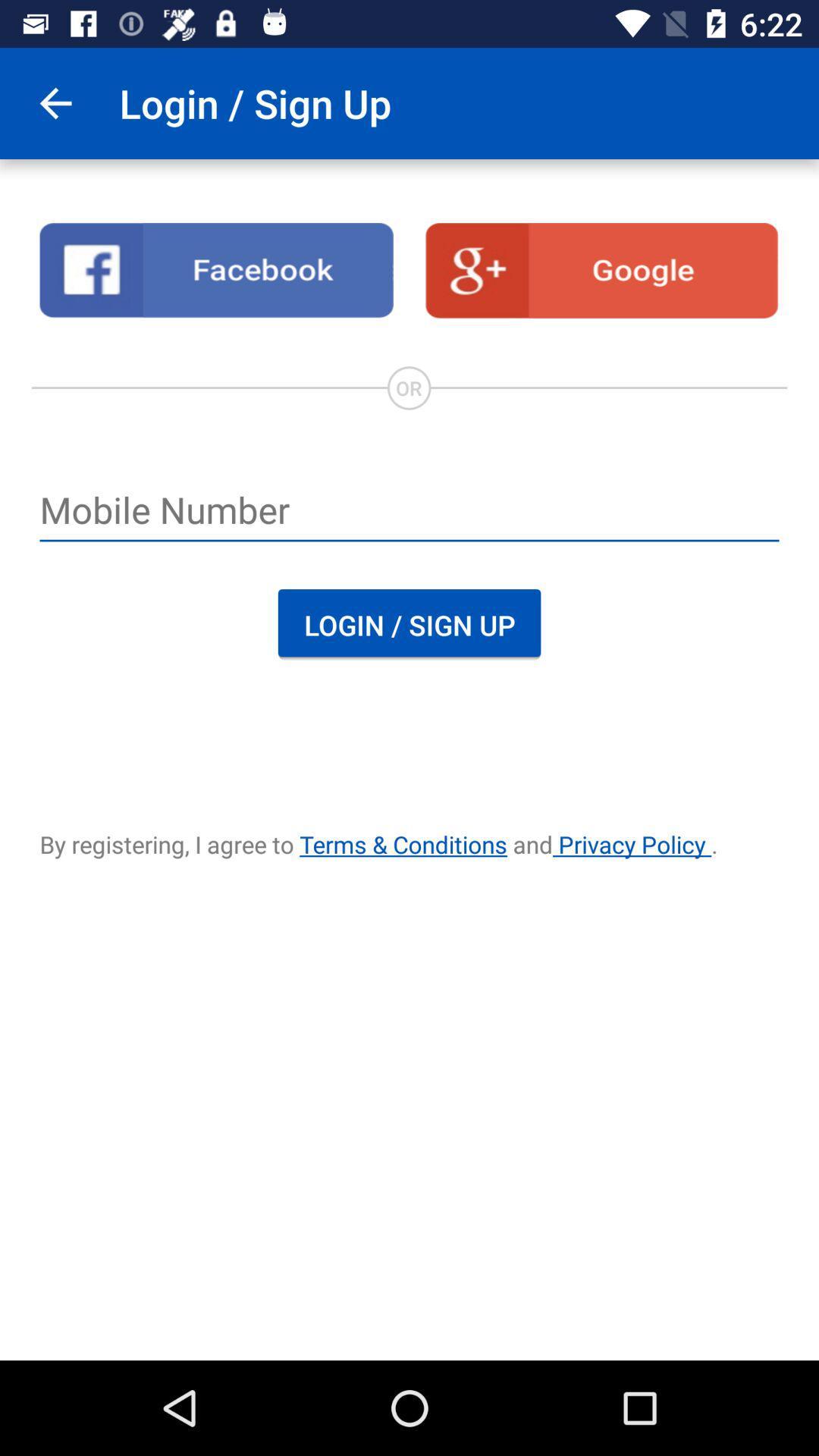 This screenshot has width=819, height=1456. Describe the element at coordinates (409, 512) in the screenshot. I see `type phone number` at that location.